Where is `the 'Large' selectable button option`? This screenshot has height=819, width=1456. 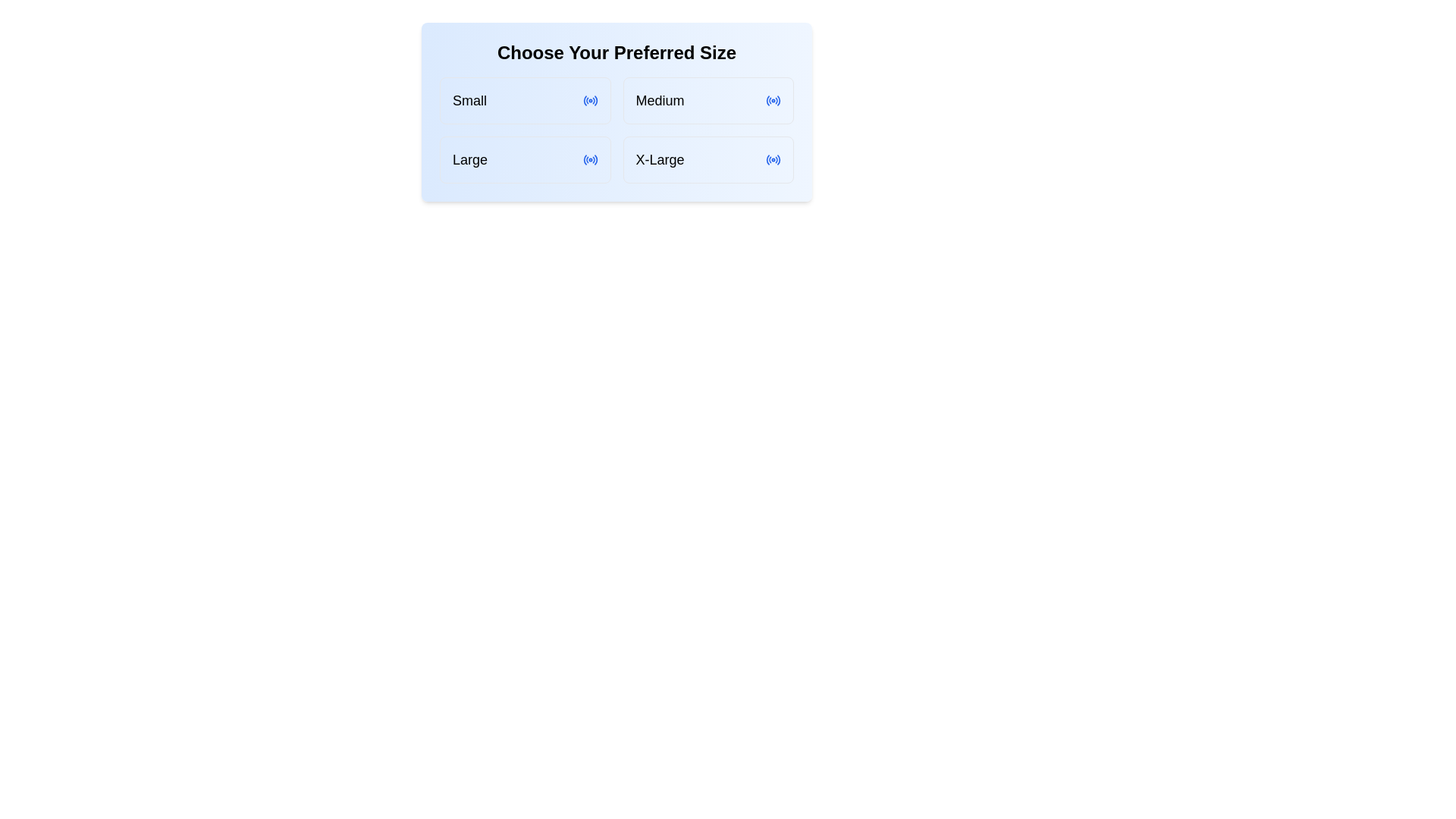
the 'Large' selectable button option is located at coordinates (525, 160).